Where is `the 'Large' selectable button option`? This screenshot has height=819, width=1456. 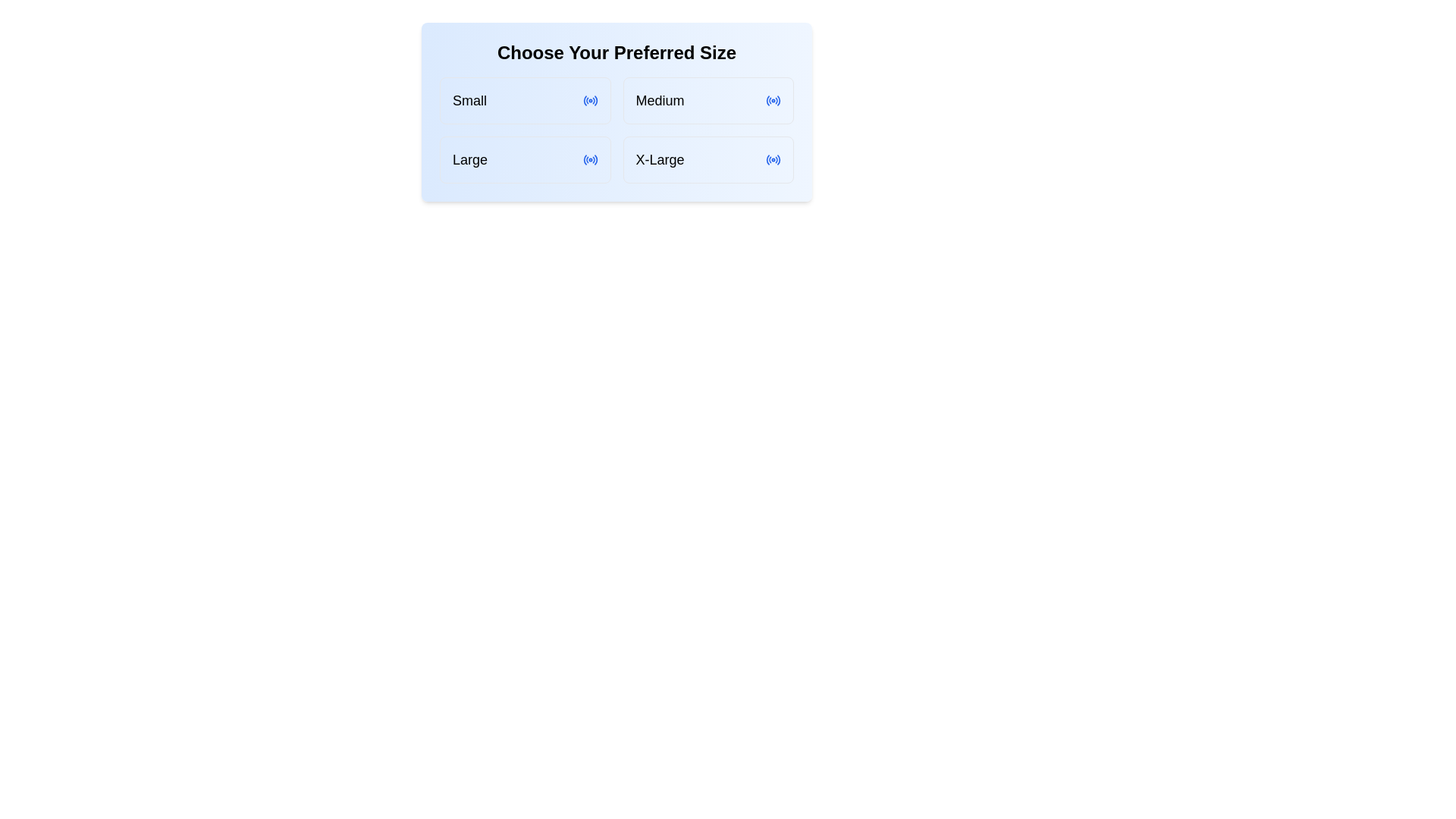
the 'Large' selectable button option is located at coordinates (525, 160).